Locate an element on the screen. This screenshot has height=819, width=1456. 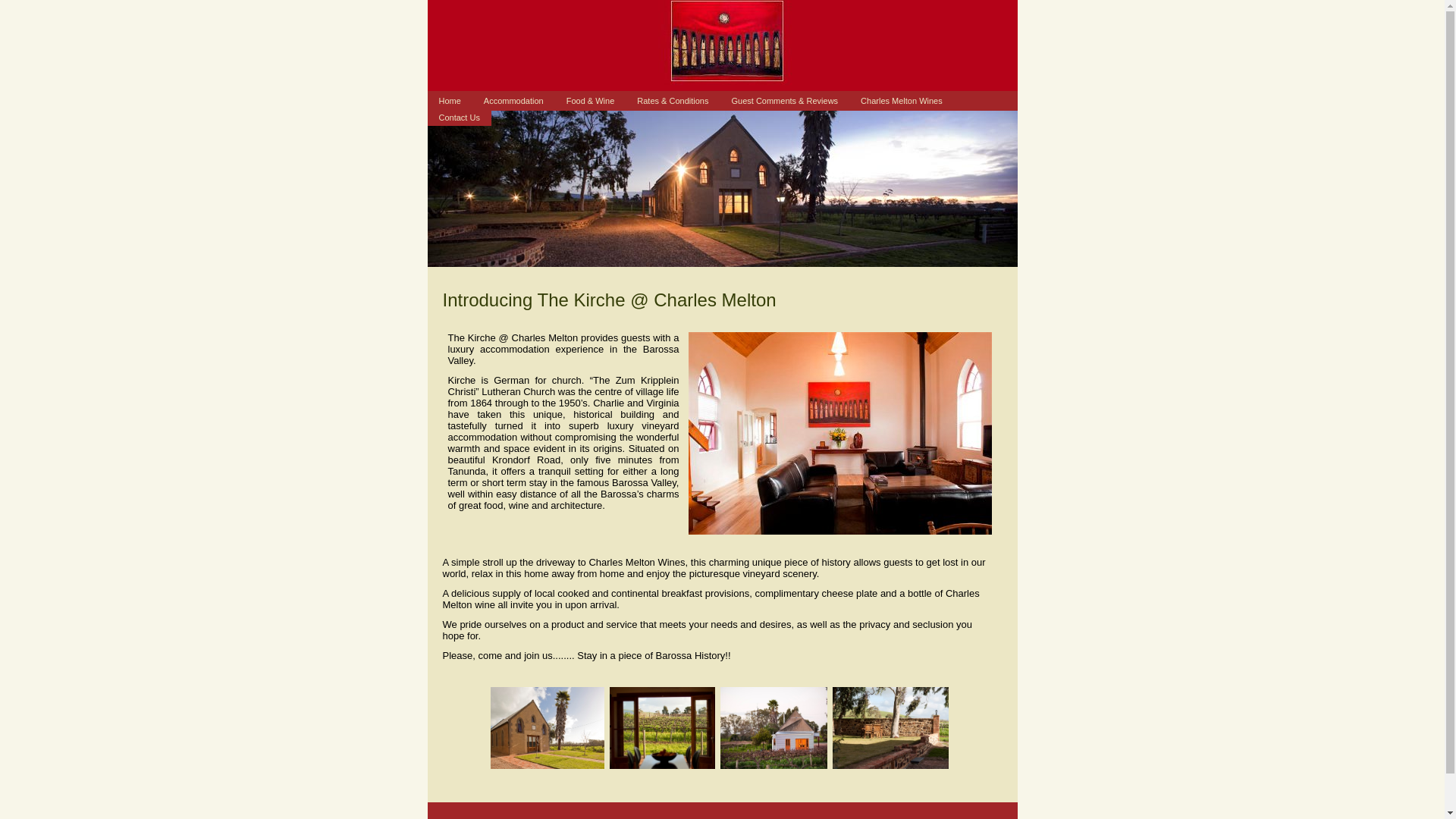
'Accommodation' is located at coordinates (513, 100).